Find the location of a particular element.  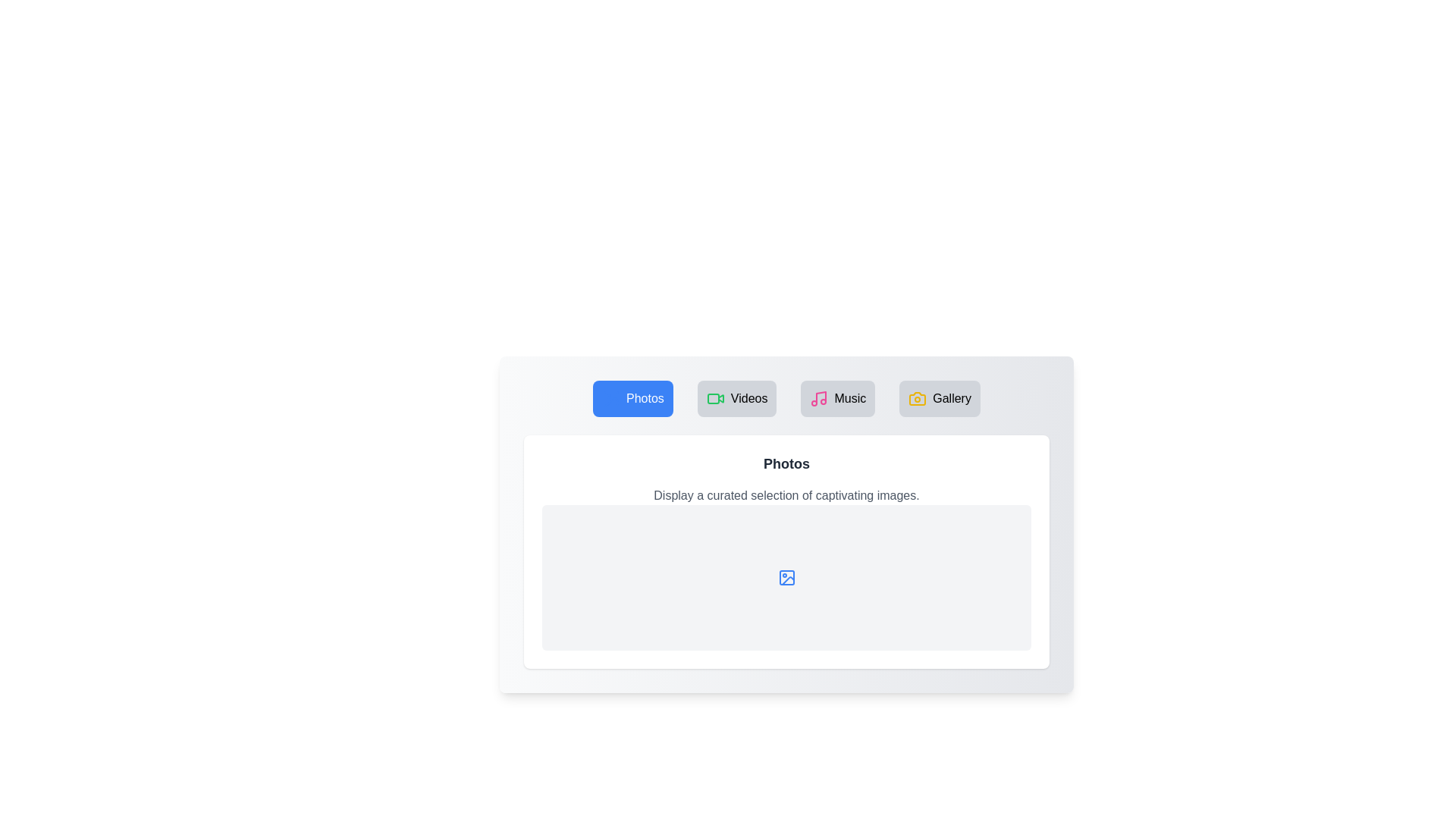

the tab labeled Music to view its content is located at coordinates (837, 397).